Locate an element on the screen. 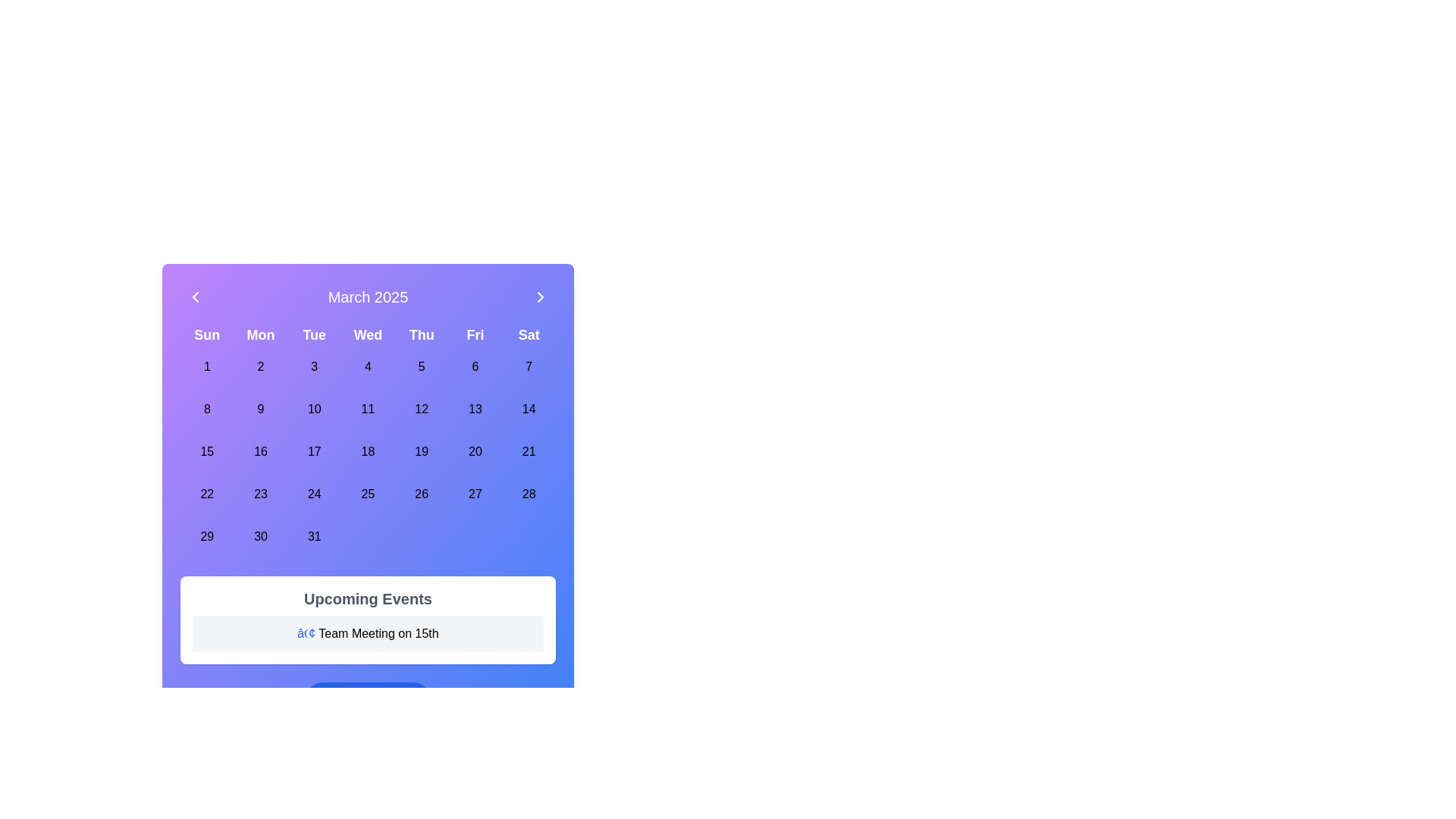 This screenshot has width=1456, height=819. the selectable date button located in the calendar grid under 'Fri', sixth row and fifth column is located at coordinates (474, 409).